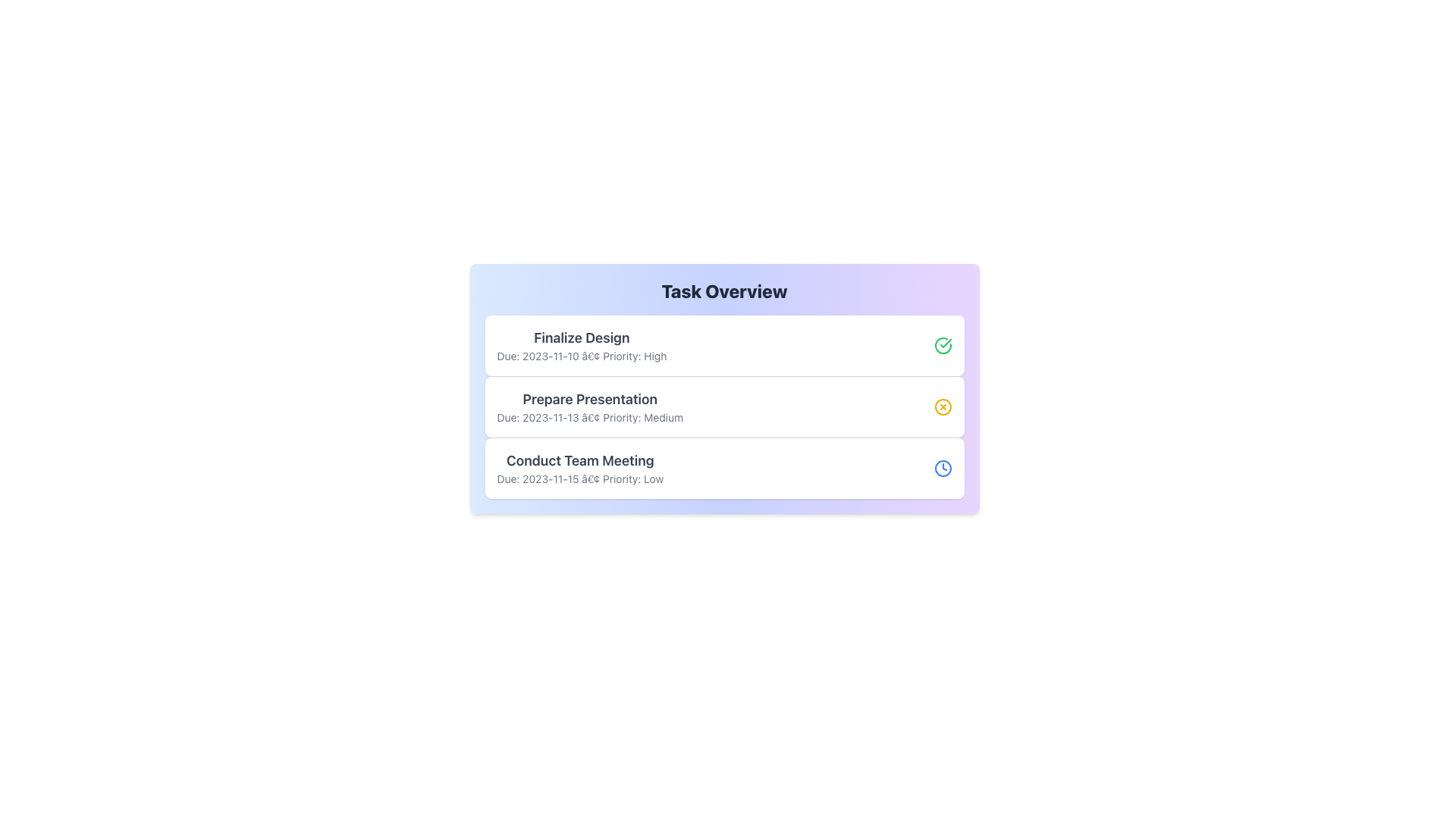 This screenshot has height=819, width=1456. I want to click on the list item containing the text 'Prepare Presentation' which is the second item in the task list, so click(589, 406).